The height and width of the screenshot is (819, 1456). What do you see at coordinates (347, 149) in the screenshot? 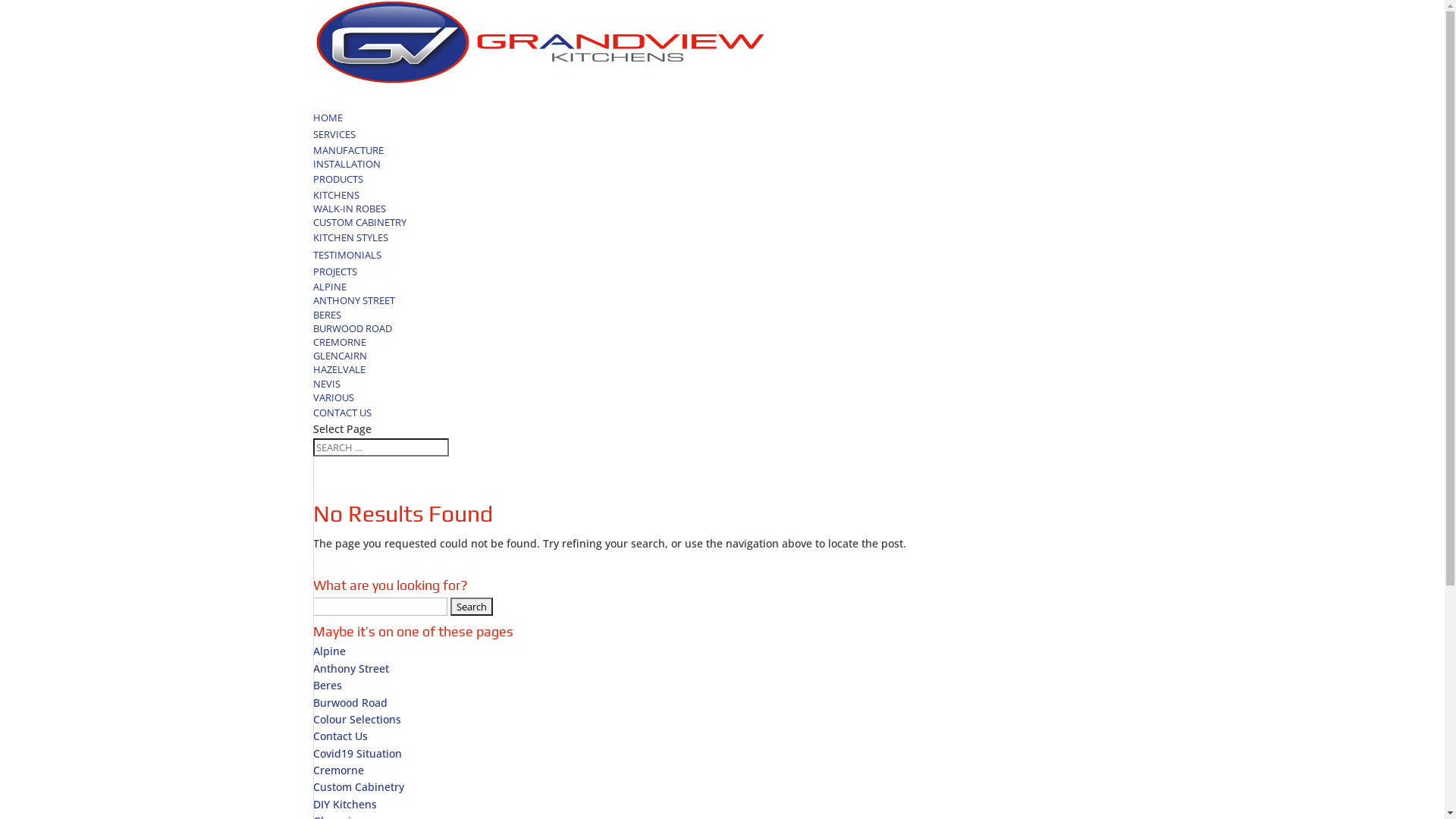
I see `'MANUFACTURE'` at bounding box center [347, 149].